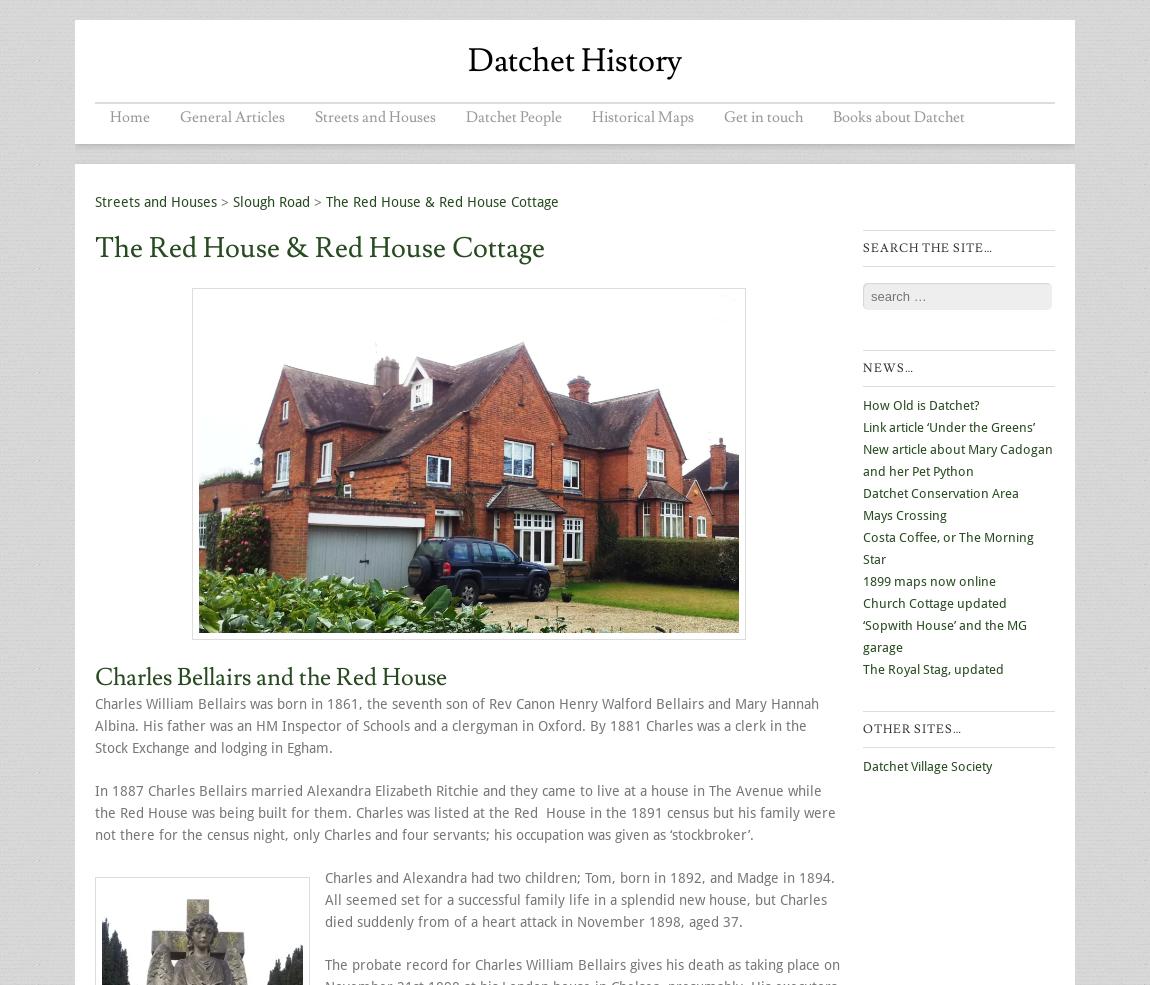 The width and height of the screenshot is (1150, 985). What do you see at coordinates (905, 515) in the screenshot?
I see `'Mays Crossing'` at bounding box center [905, 515].